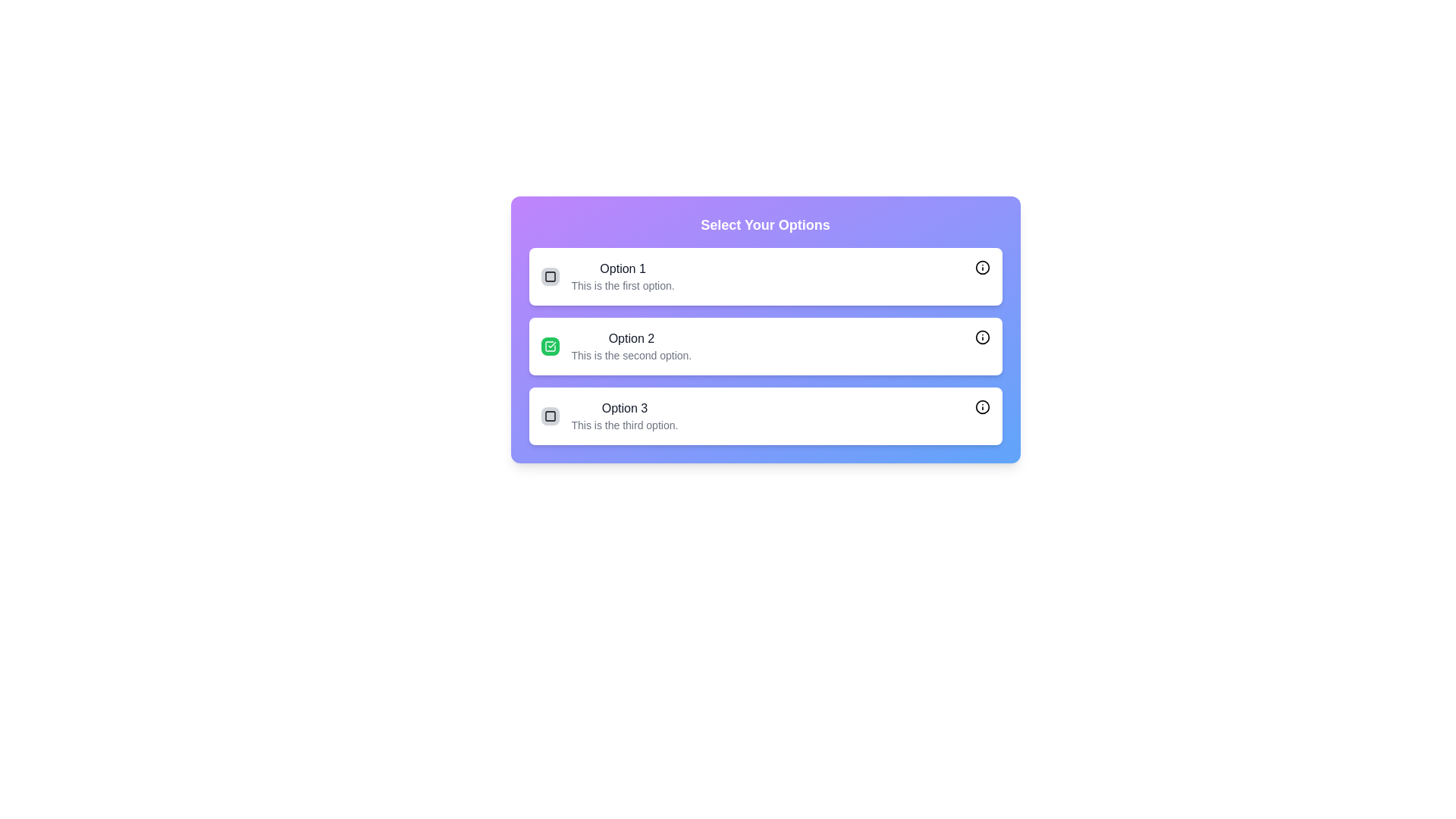 The image size is (1456, 819). Describe the element at coordinates (631, 356) in the screenshot. I see `the static text element that contains the sentence 'This is the second option.' located below the 'Option 2' label in the second option box` at that location.